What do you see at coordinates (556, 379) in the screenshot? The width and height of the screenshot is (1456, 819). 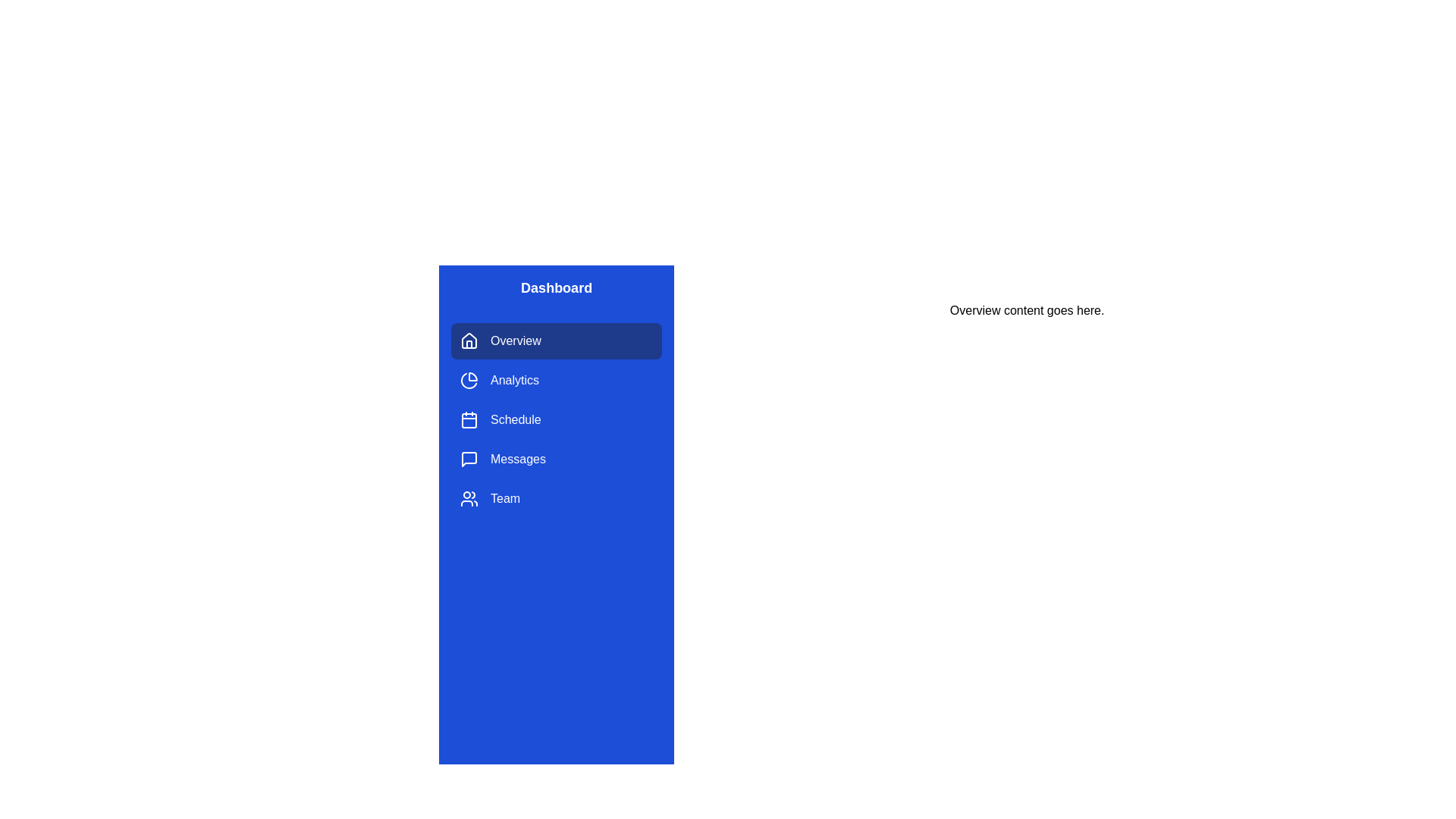 I see `the navigation button that redirects to the 'Analytics' section, located in the second position of the left sidebar menu, below 'Overview' and above 'Schedule'` at bounding box center [556, 379].